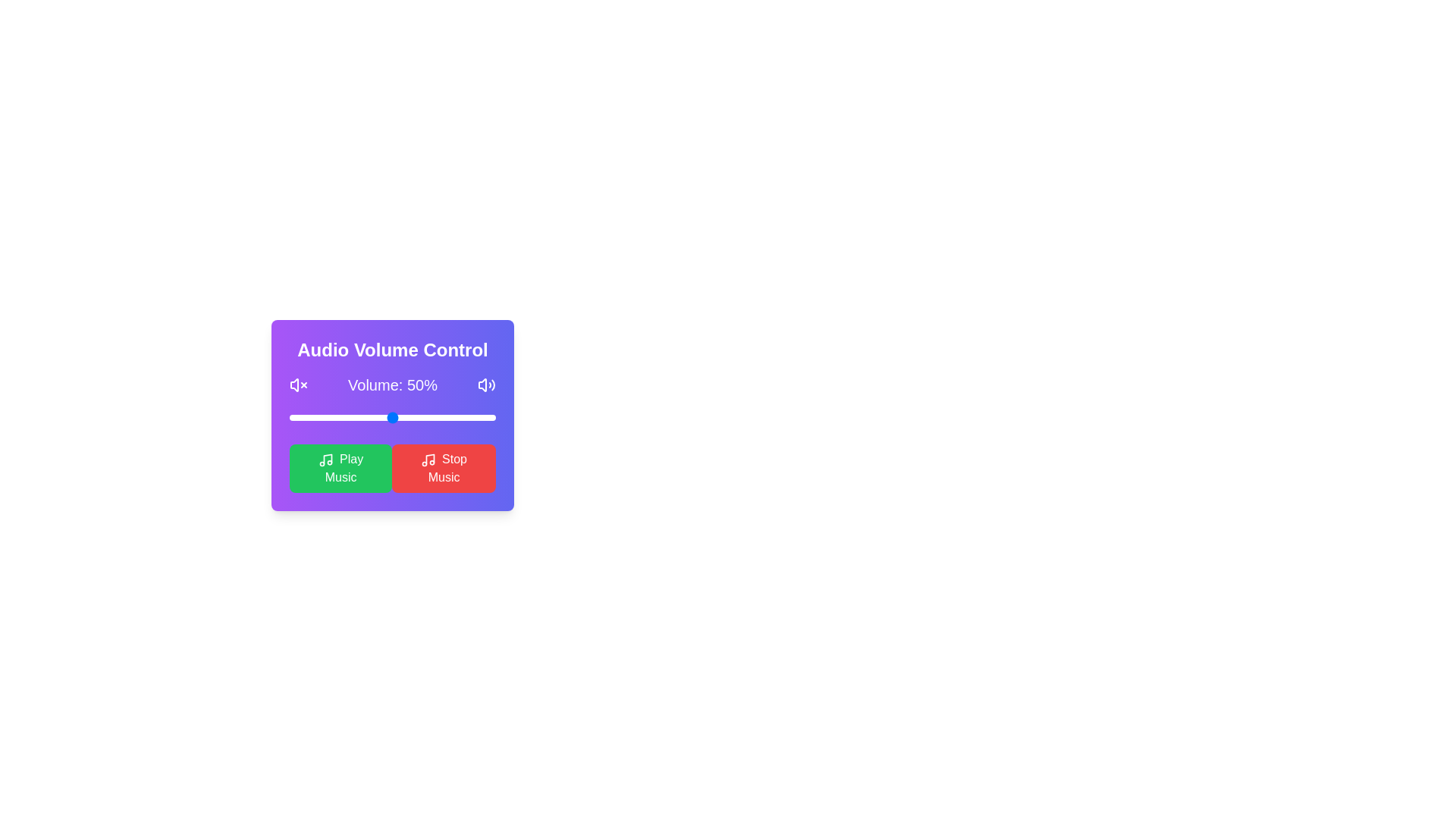 Image resolution: width=1456 pixels, height=819 pixels. Describe the element at coordinates (327, 458) in the screenshot. I see `the musical note SVG icon located near the left side of the green 'Play Music' button` at that location.